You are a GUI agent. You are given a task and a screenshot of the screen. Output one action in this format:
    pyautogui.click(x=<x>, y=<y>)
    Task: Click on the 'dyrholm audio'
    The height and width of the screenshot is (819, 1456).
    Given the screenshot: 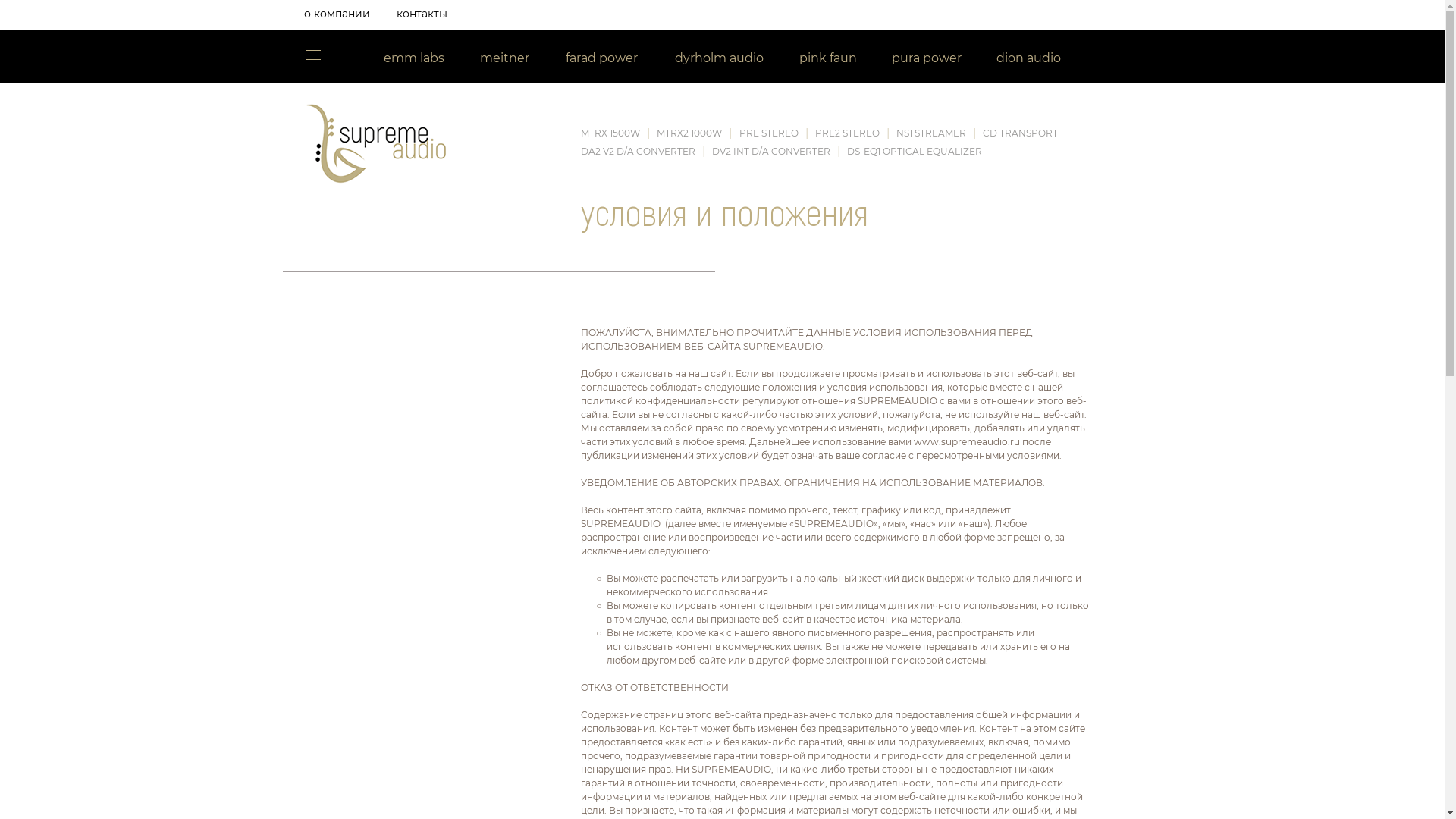 What is the action you would take?
    pyautogui.click(x=718, y=58)
    